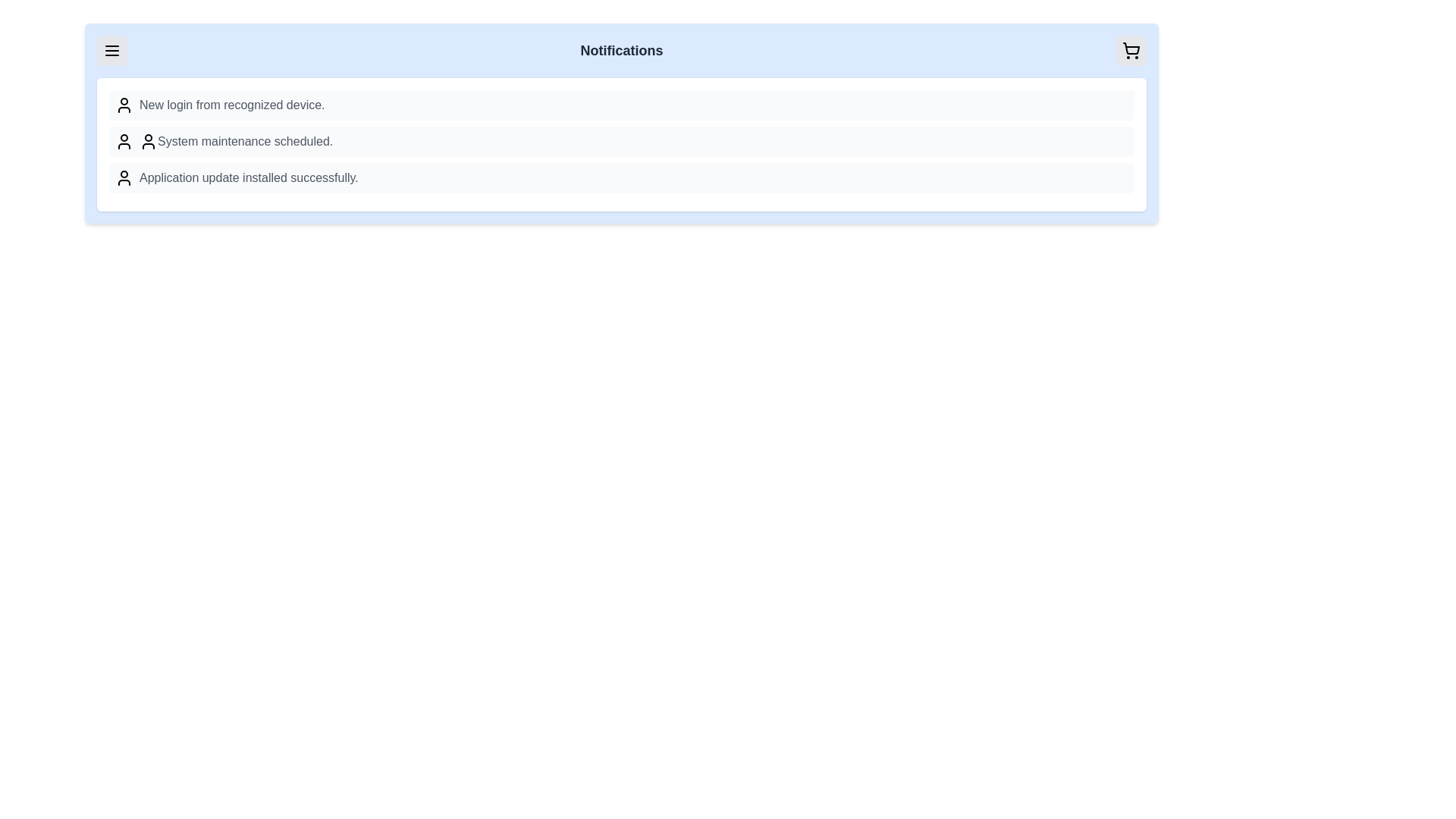 This screenshot has height=819, width=1456. What do you see at coordinates (622, 49) in the screenshot?
I see `the 'Notifications' header element, which is a bold dark gray text centered on a light blue background at the top of the notifications module` at bounding box center [622, 49].